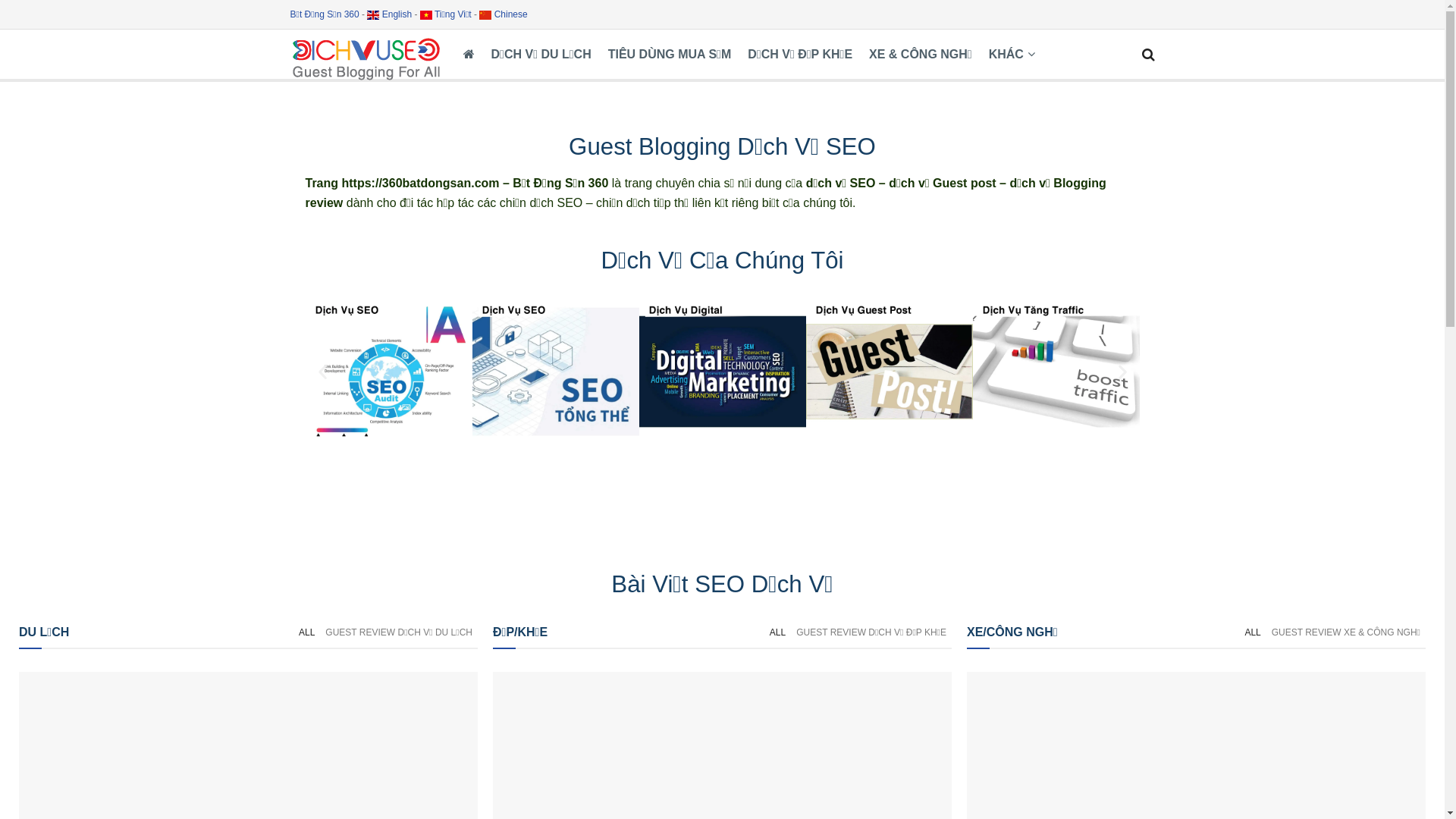 The image size is (1456, 819). What do you see at coordinates (554, 371) in the screenshot?
I see `'Trang 5'` at bounding box center [554, 371].